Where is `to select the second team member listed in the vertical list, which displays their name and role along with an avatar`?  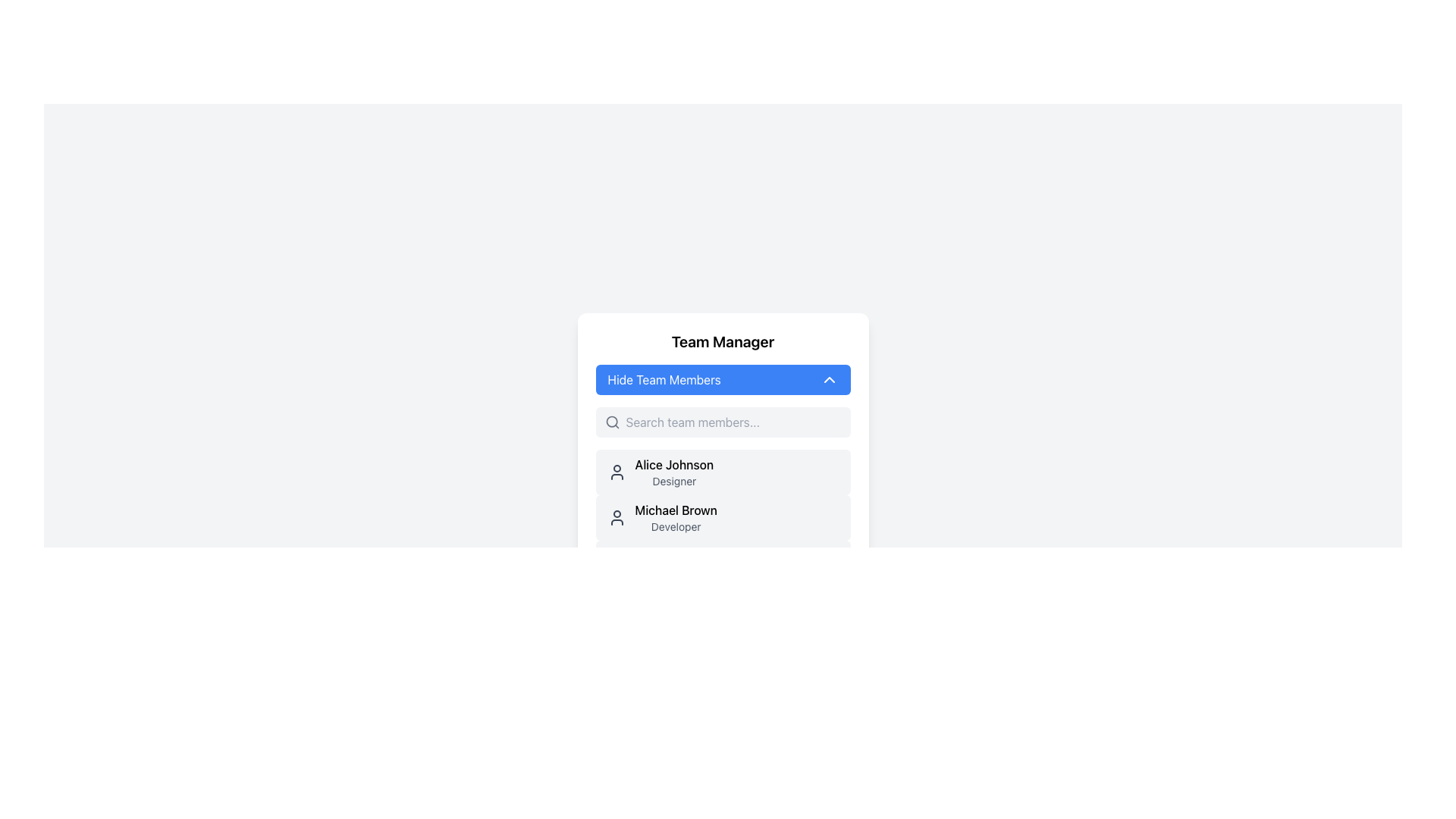
to select the second team member listed in the vertical list, which displays their name and role along with an avatar is located at coordinates (722, 516).